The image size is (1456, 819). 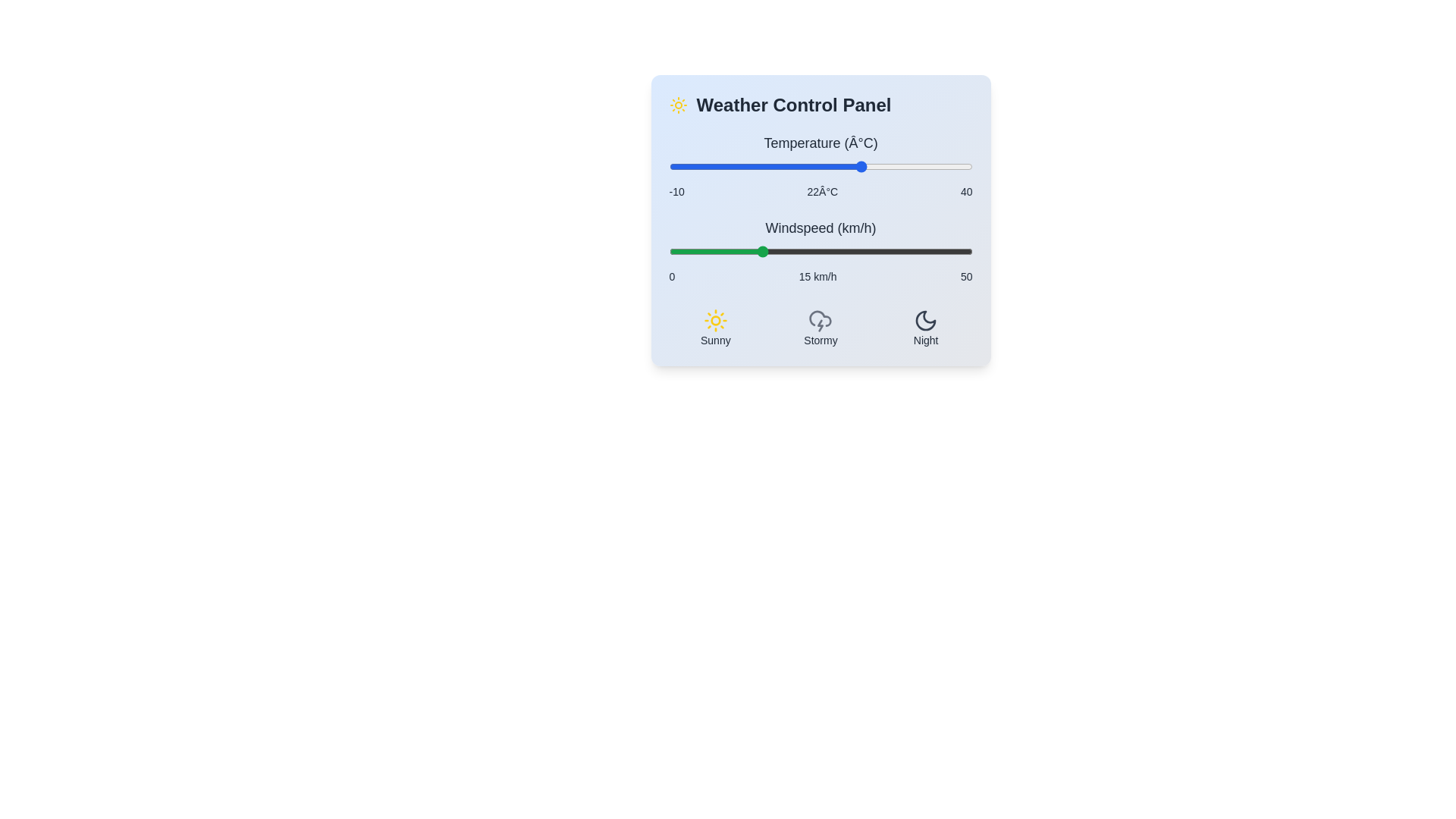 I want to click on text label that describes the 'Stormy' weather condition, which is centrally aligned beneath the cloud-lightning icon in the weather control interface, so click(x=820, y=339).